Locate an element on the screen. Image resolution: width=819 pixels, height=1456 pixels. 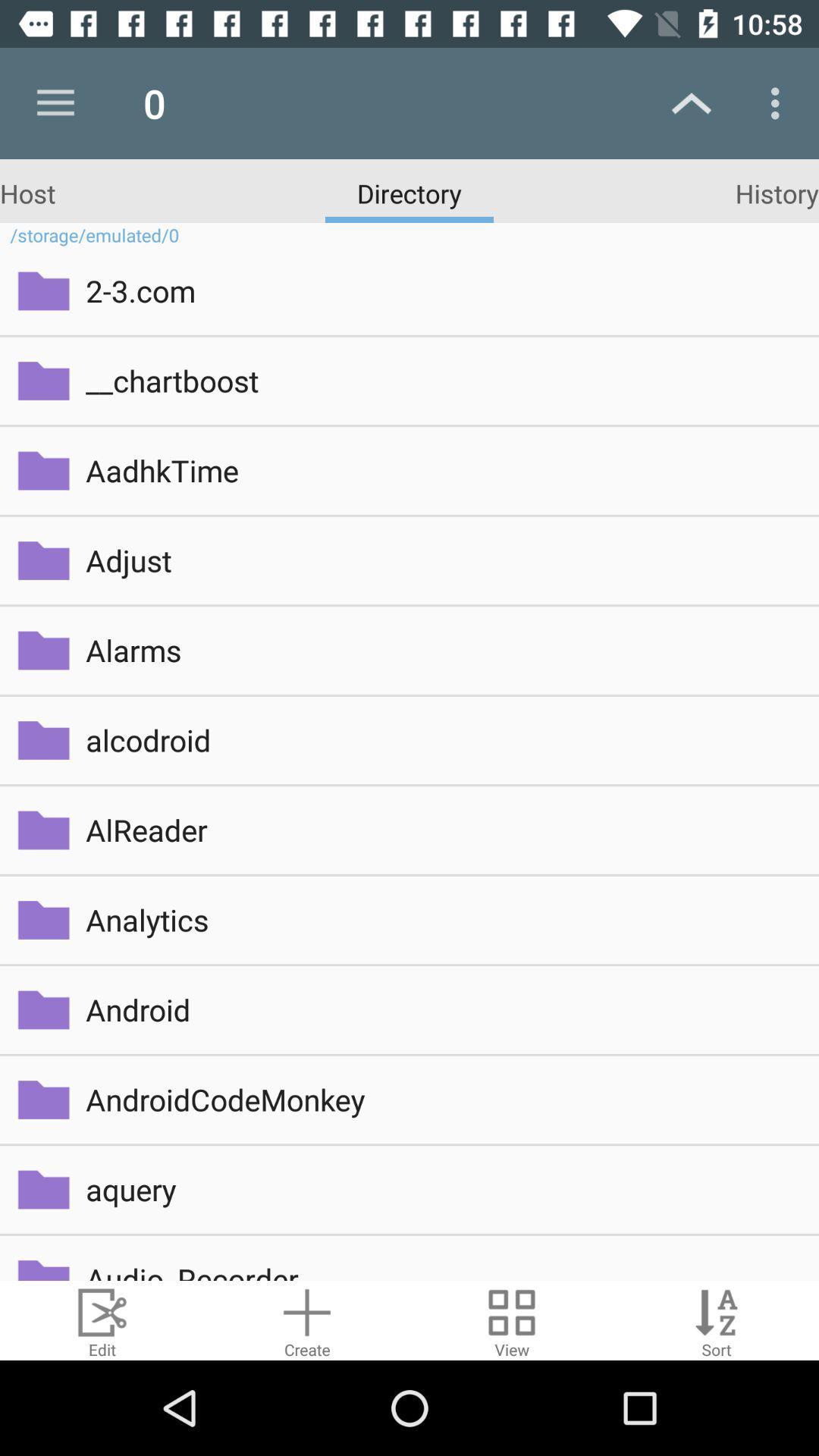
open sorting options is located at coordinates (717, 1319).